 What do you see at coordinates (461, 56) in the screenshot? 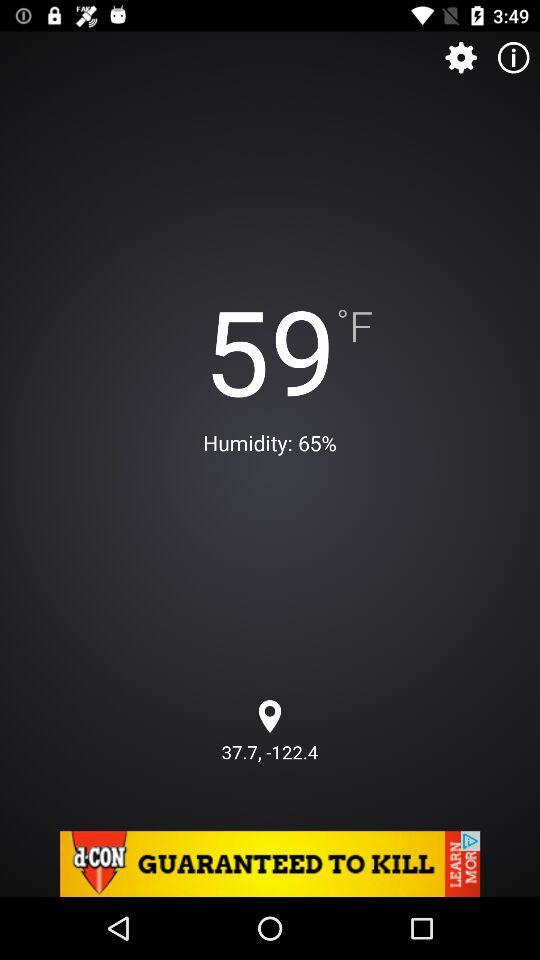
I see `the settings icon` at bounding box center [461, 56].